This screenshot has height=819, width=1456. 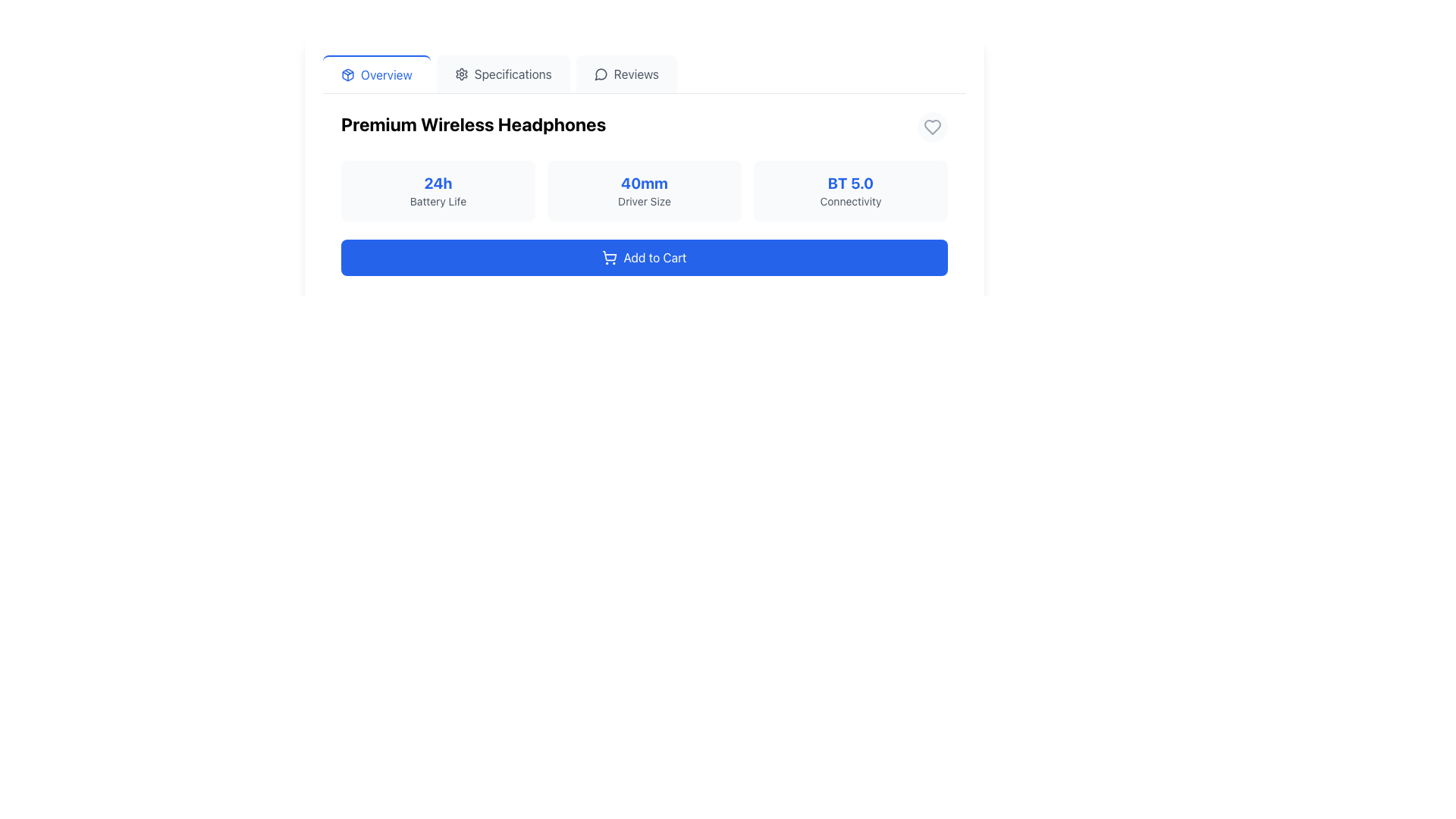 What do you see at coordinates (386, 75) in the screenshot?
I see `text label 'Overview' styled with a blue font color, located in the top-left quadrant of the interface within the tabbed navigation bar` at bounding box center [386, 75].